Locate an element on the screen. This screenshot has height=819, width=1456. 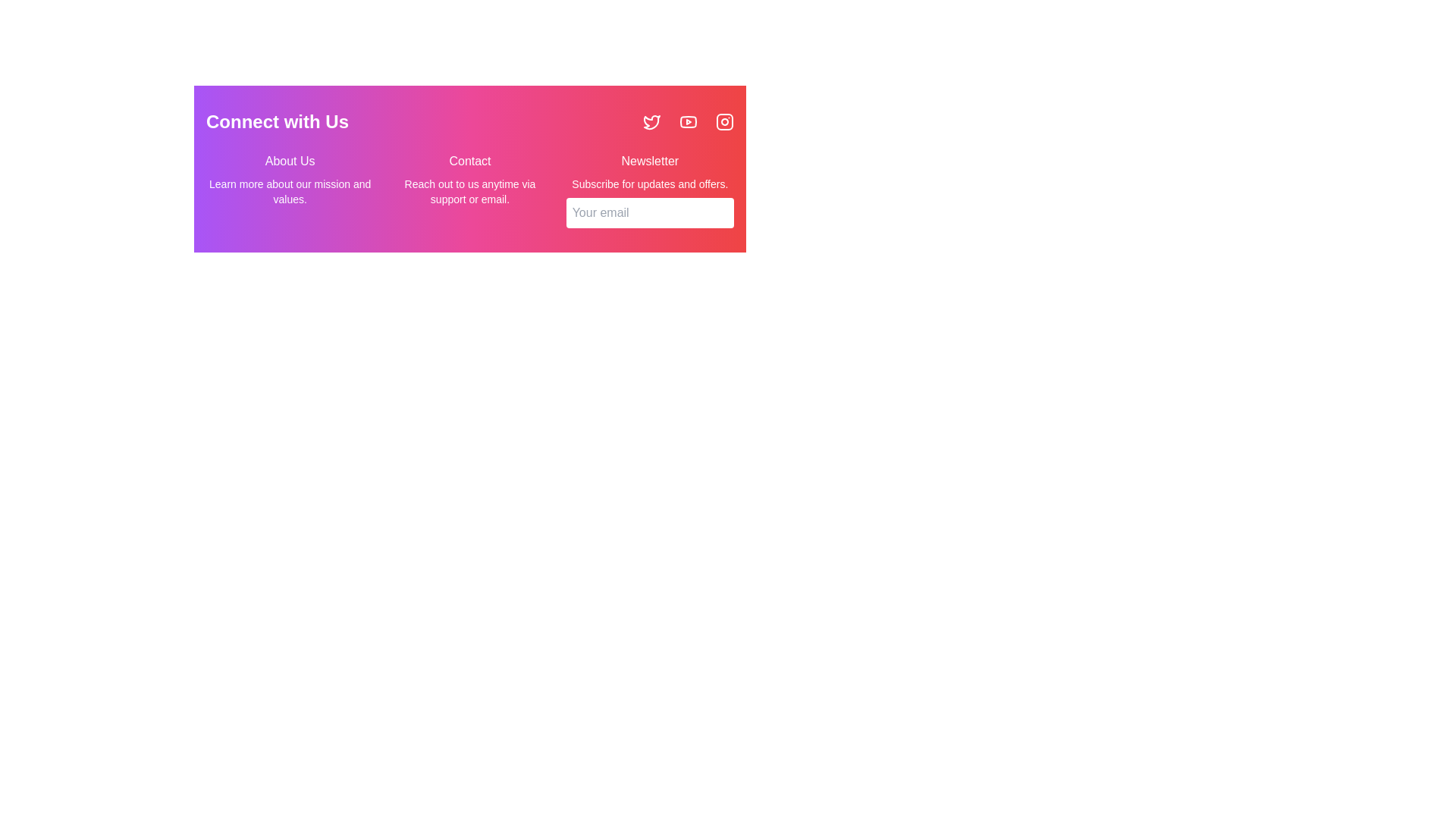
contents of the horizontal grid section labeled 'About Us,' 'Contact,' and 'Newsletter' located beneath the header 'Connect with Us.' is located at coordinates (469, 189).